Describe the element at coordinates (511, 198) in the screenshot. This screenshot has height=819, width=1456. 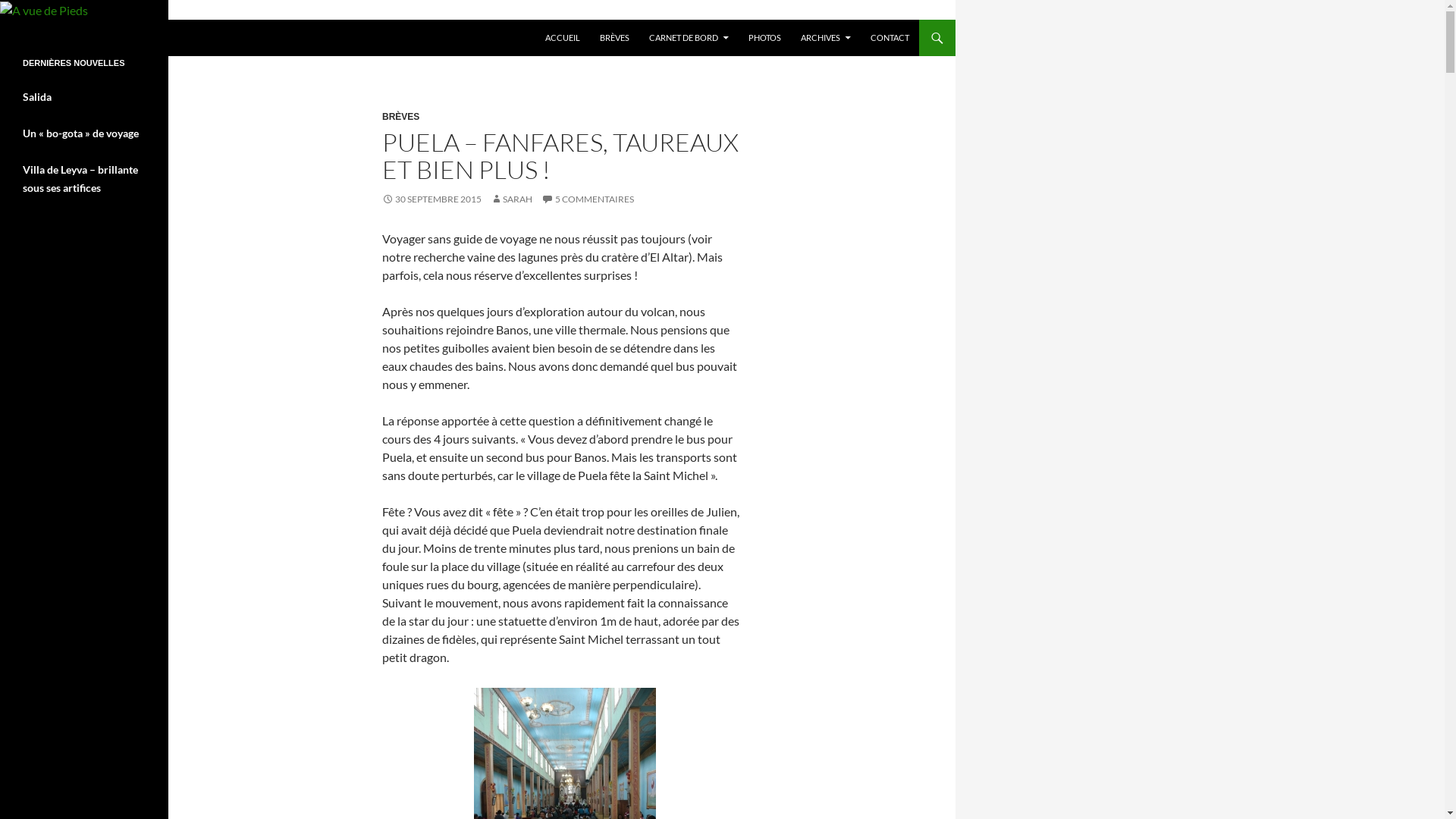
I see `'SARAH'` at that location.